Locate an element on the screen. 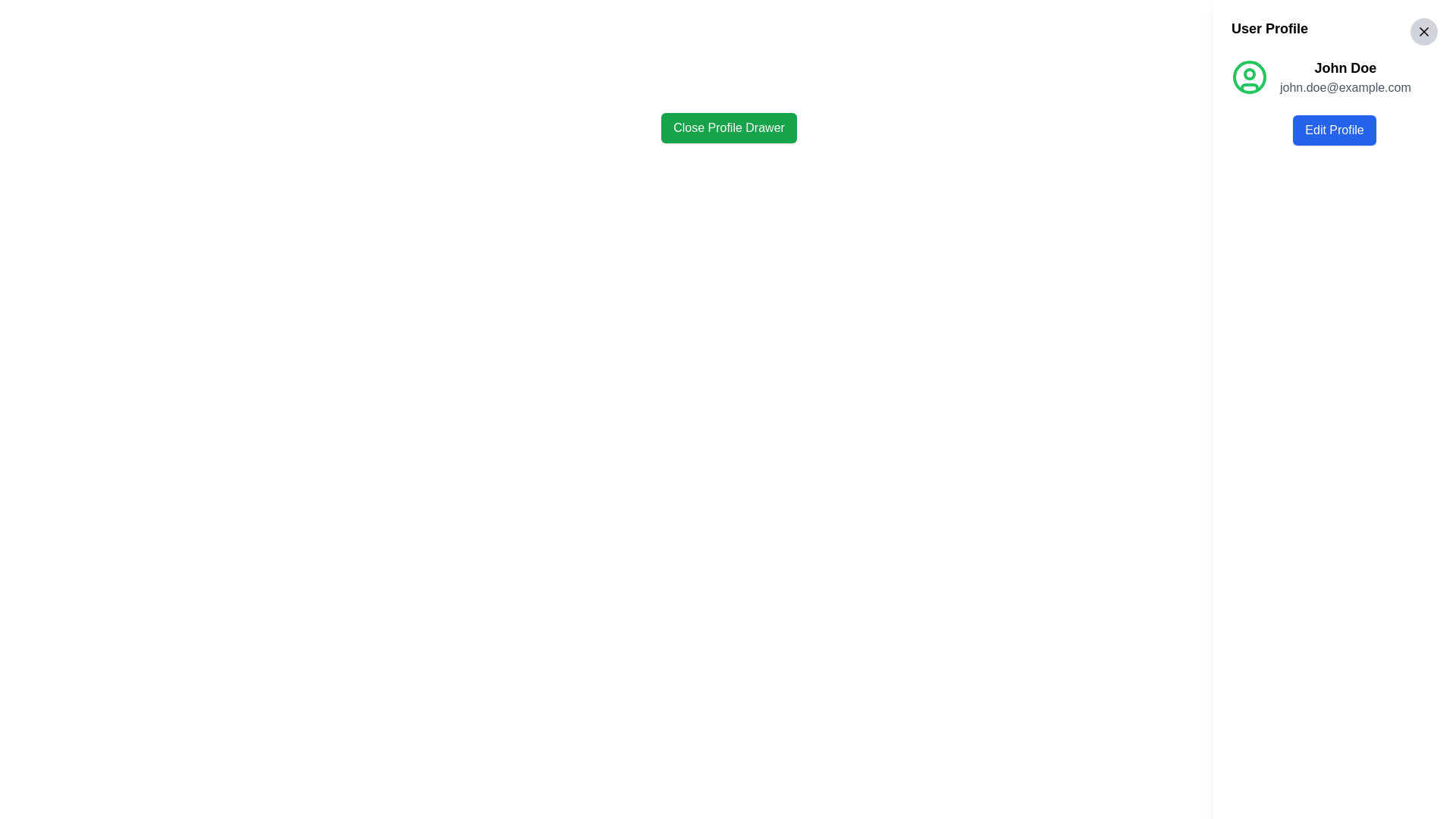 This screenshot has width=1456, height=819. the circular button with a light gray background and a black 'X' icon at its center, located in the top-right corner of the 'User Profile' section is located at coordinates (1423, 32).